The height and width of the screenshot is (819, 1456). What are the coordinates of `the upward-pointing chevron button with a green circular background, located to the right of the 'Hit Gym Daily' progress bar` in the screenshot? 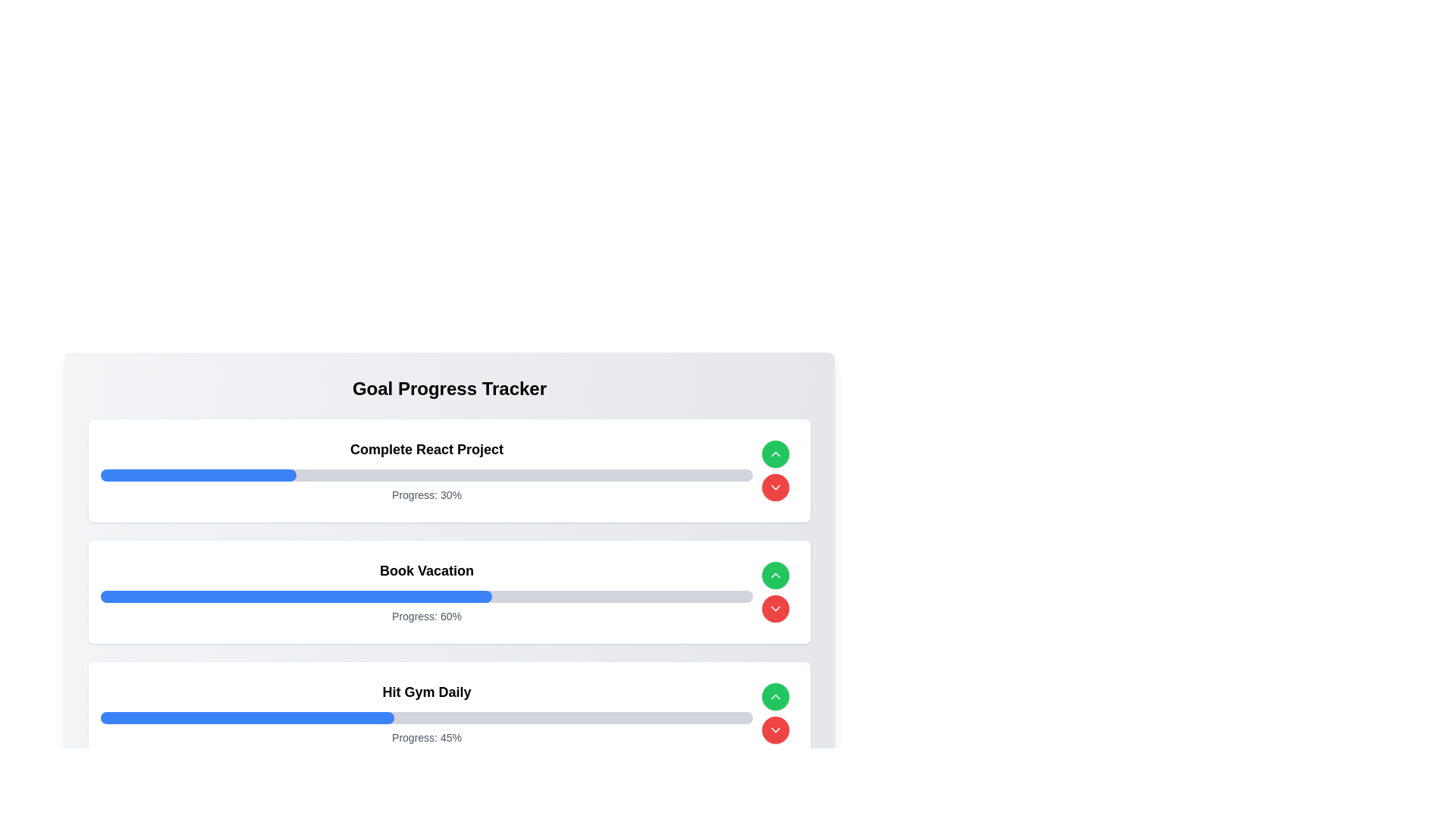 It's located at (775, 696).